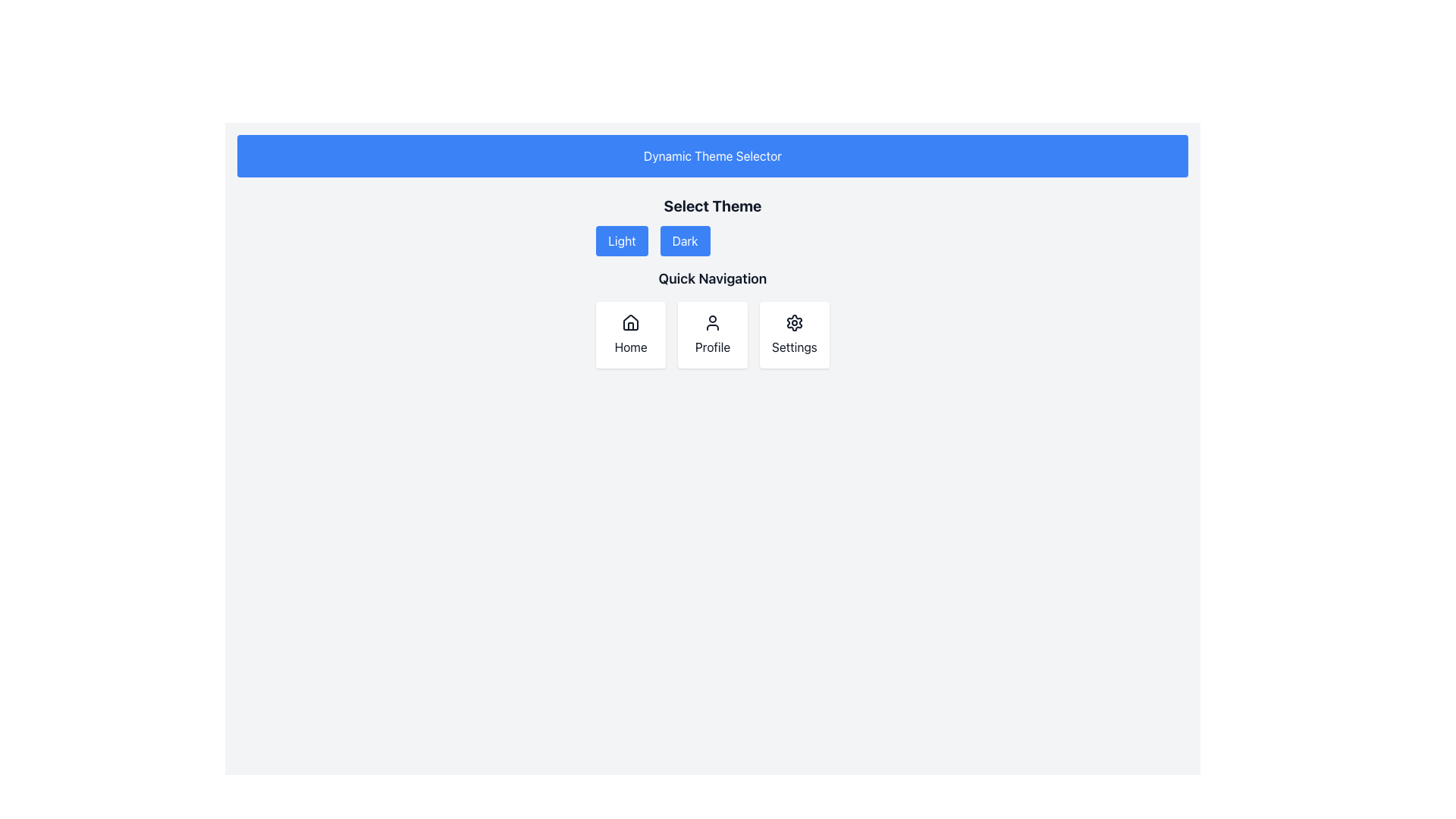 The width and height of the screenshot is (1456, 819). Describe the element at coordinates (712, 322) in the screenshot. I see `the Profile icon, which resembles a simplified user figure with a circle head and semicircle shoulders, located centrally in the Quick Navigation section above the text 'Profile'` at that location.